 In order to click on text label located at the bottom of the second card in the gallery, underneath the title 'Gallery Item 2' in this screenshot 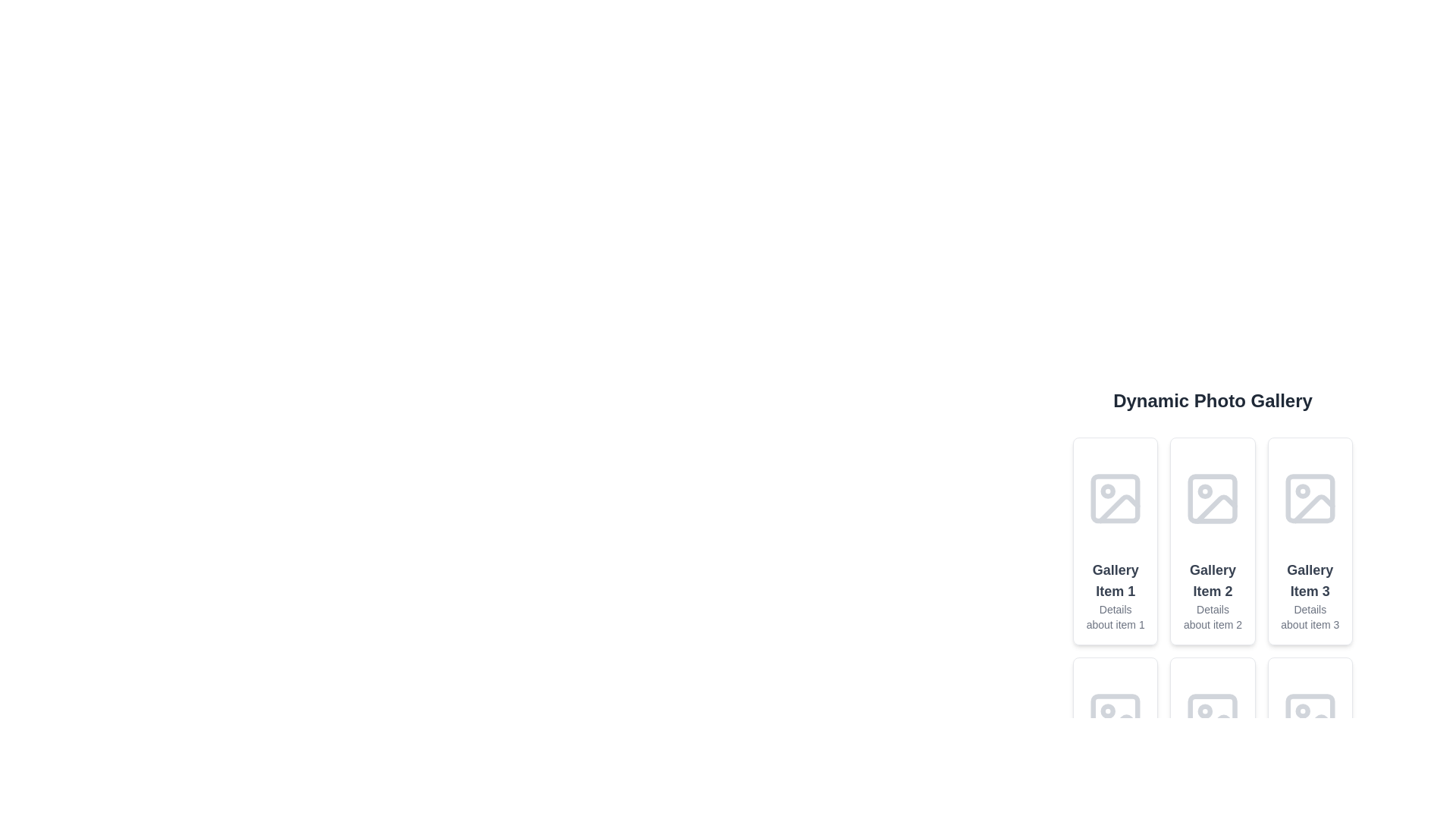, I will do `click(1212, 617)`.